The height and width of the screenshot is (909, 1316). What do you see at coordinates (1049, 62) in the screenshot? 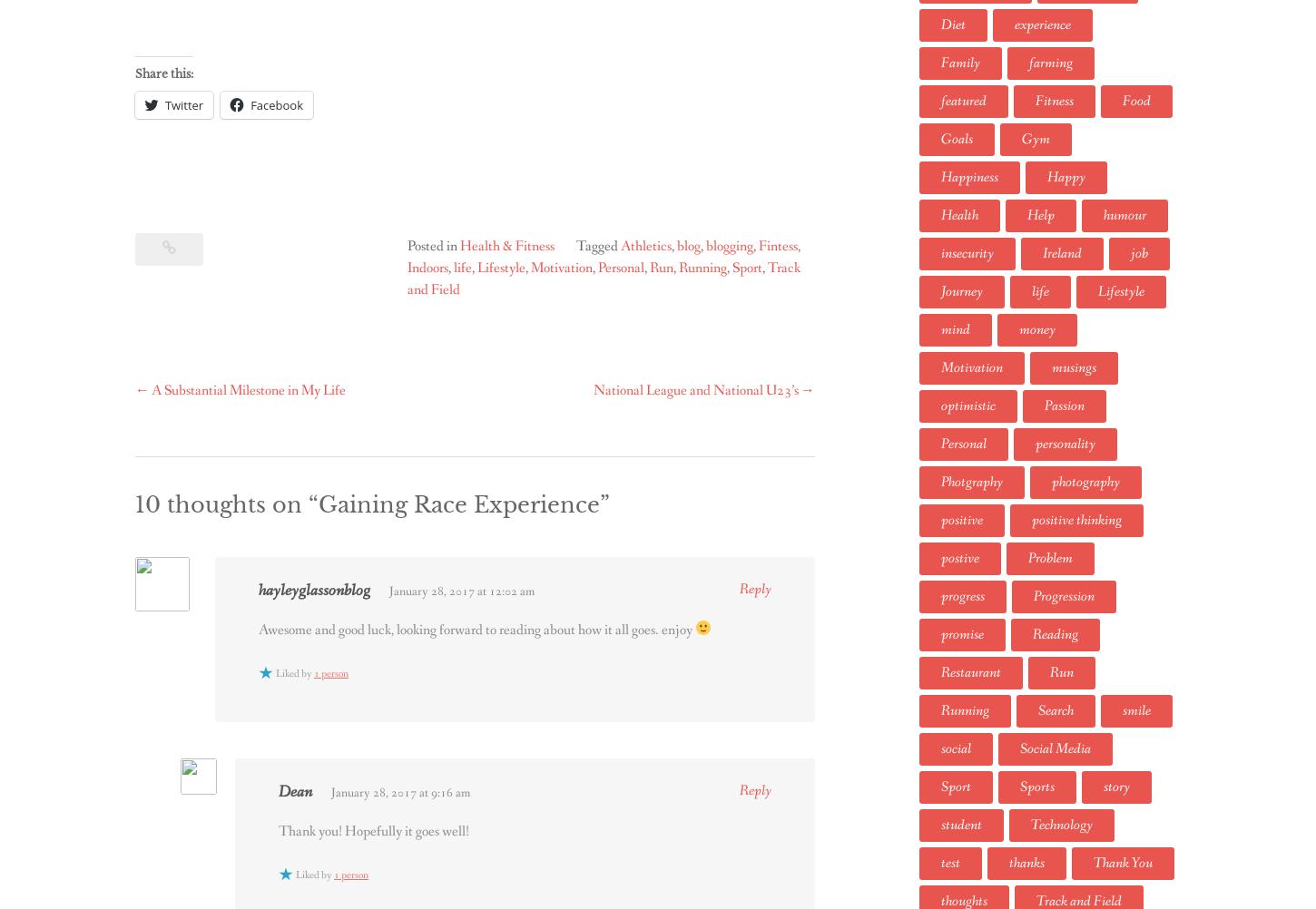
I see `'farming'` at bounding box center [1049, 62].